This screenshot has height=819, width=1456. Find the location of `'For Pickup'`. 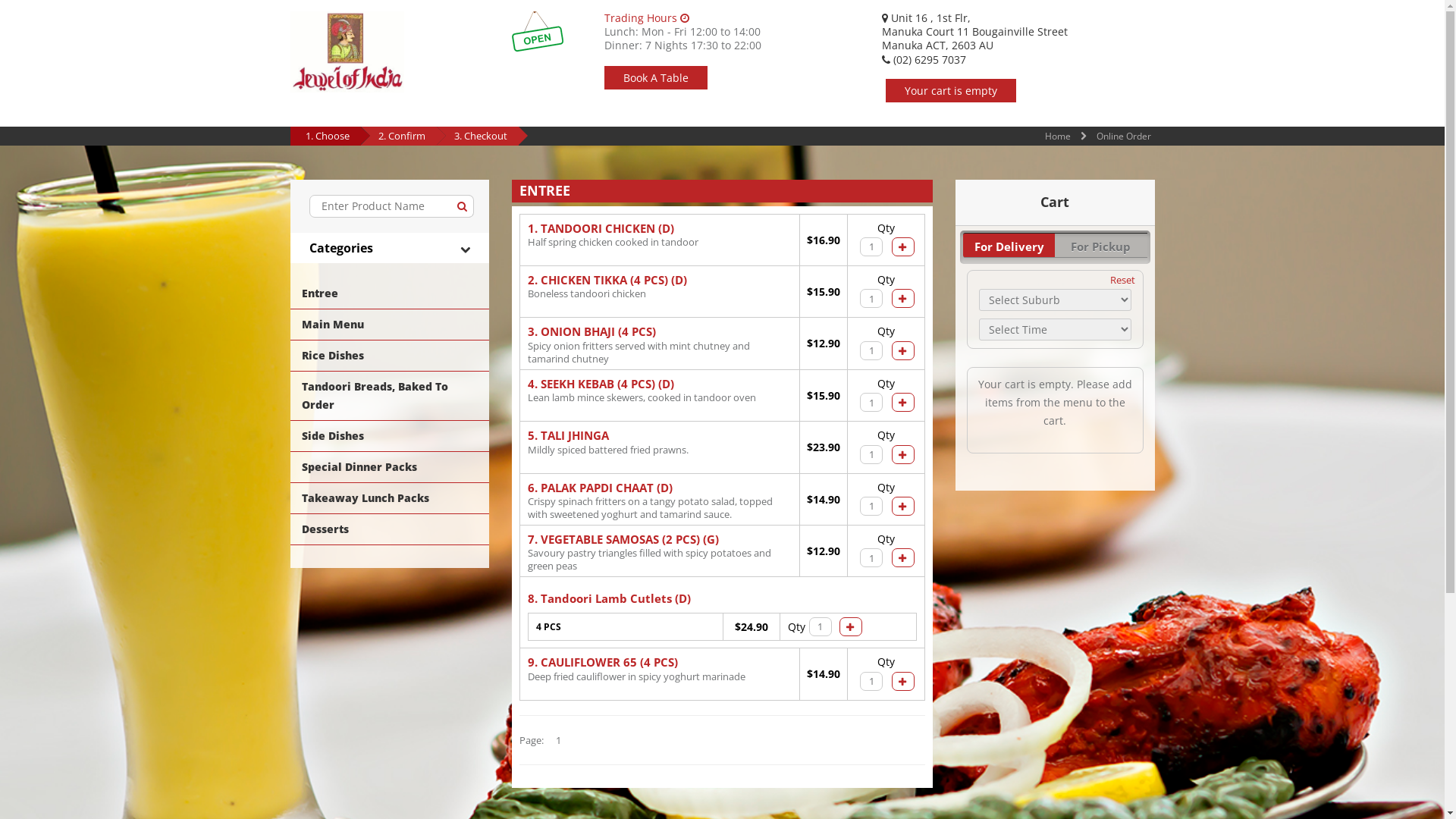

'For Pickup' is located at coordinates (1100, 244).